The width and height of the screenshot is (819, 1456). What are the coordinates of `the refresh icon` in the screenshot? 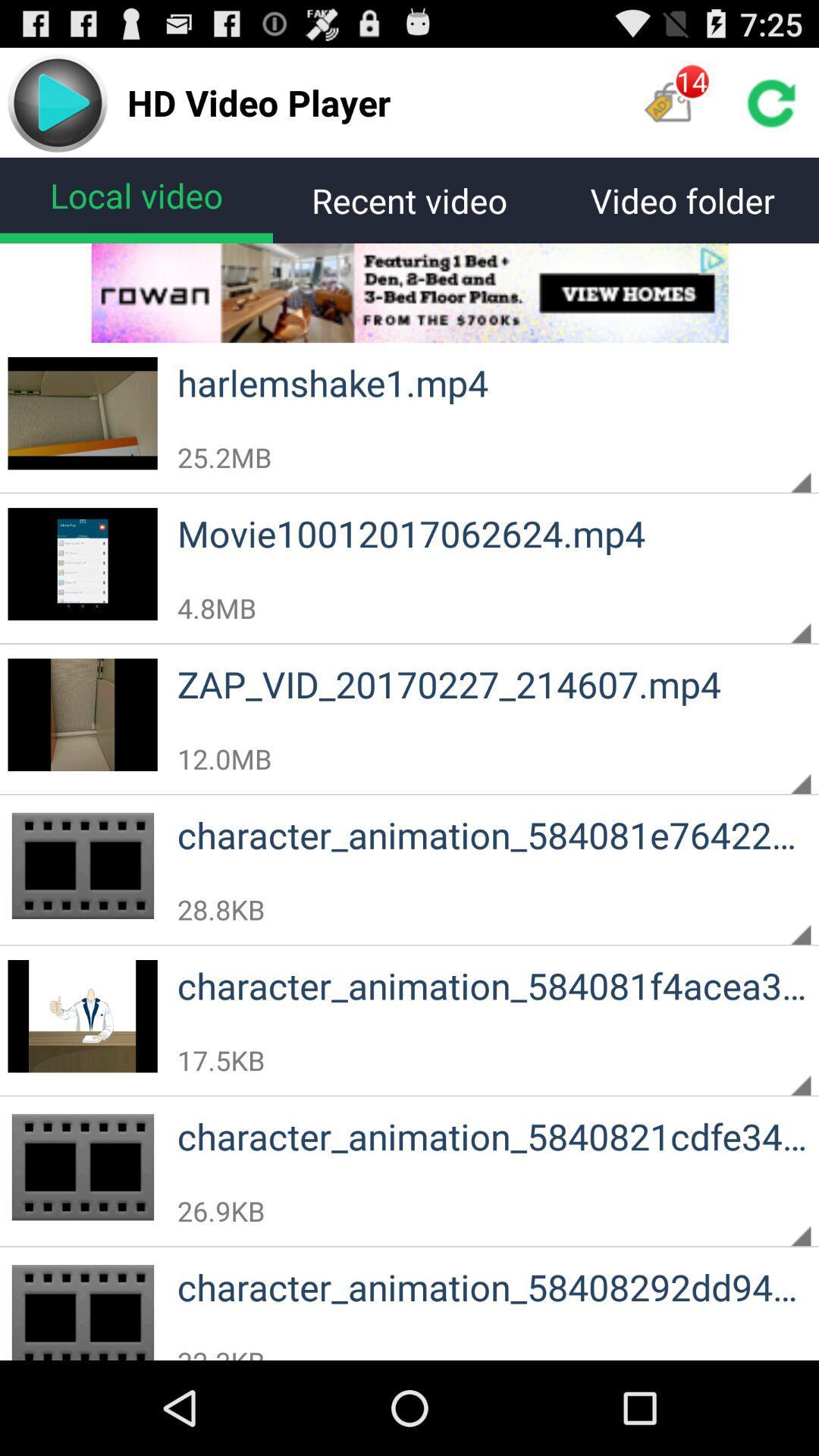 It's located at (769, 108).